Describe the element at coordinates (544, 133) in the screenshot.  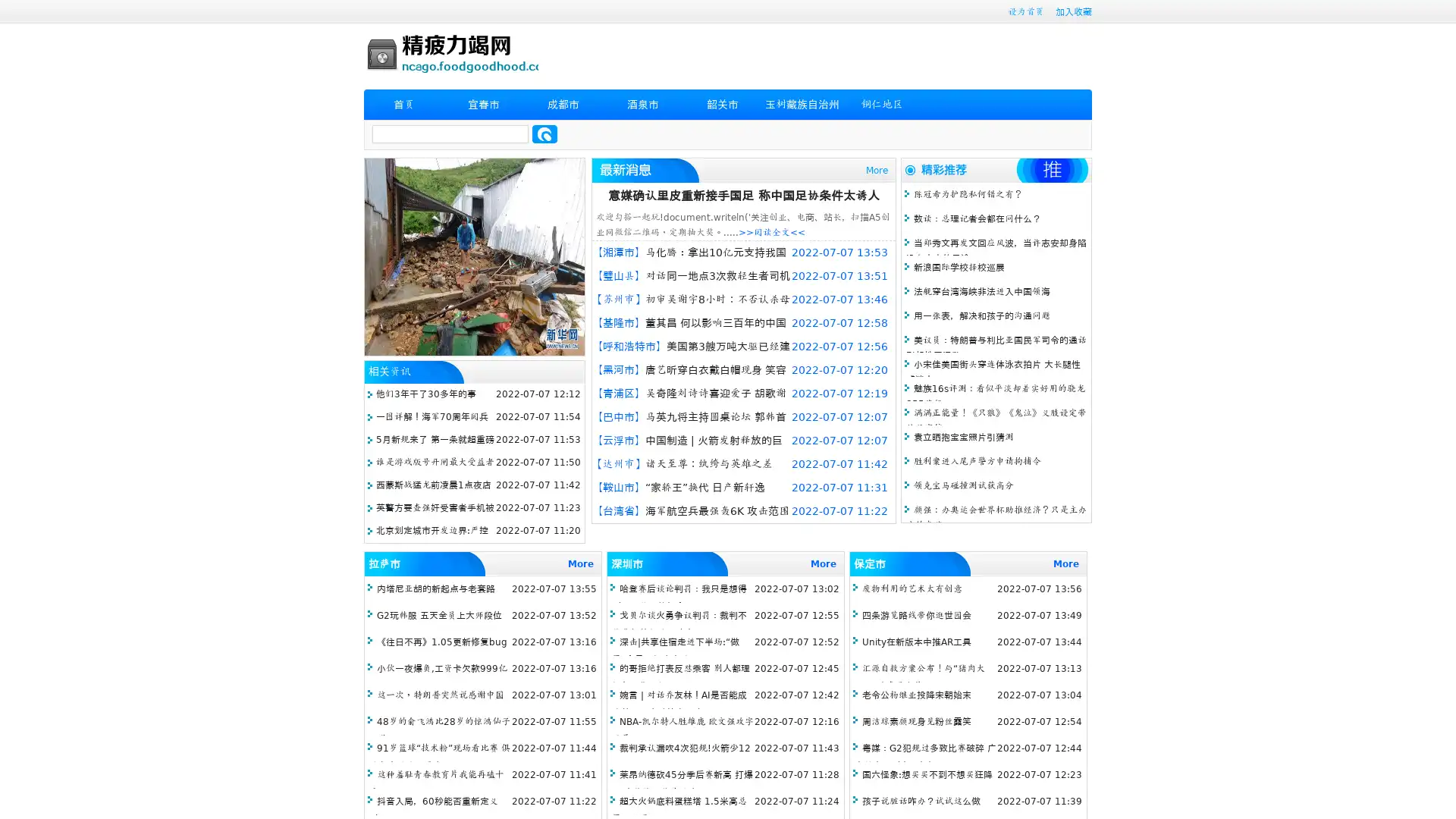
I see `Search` at that location.